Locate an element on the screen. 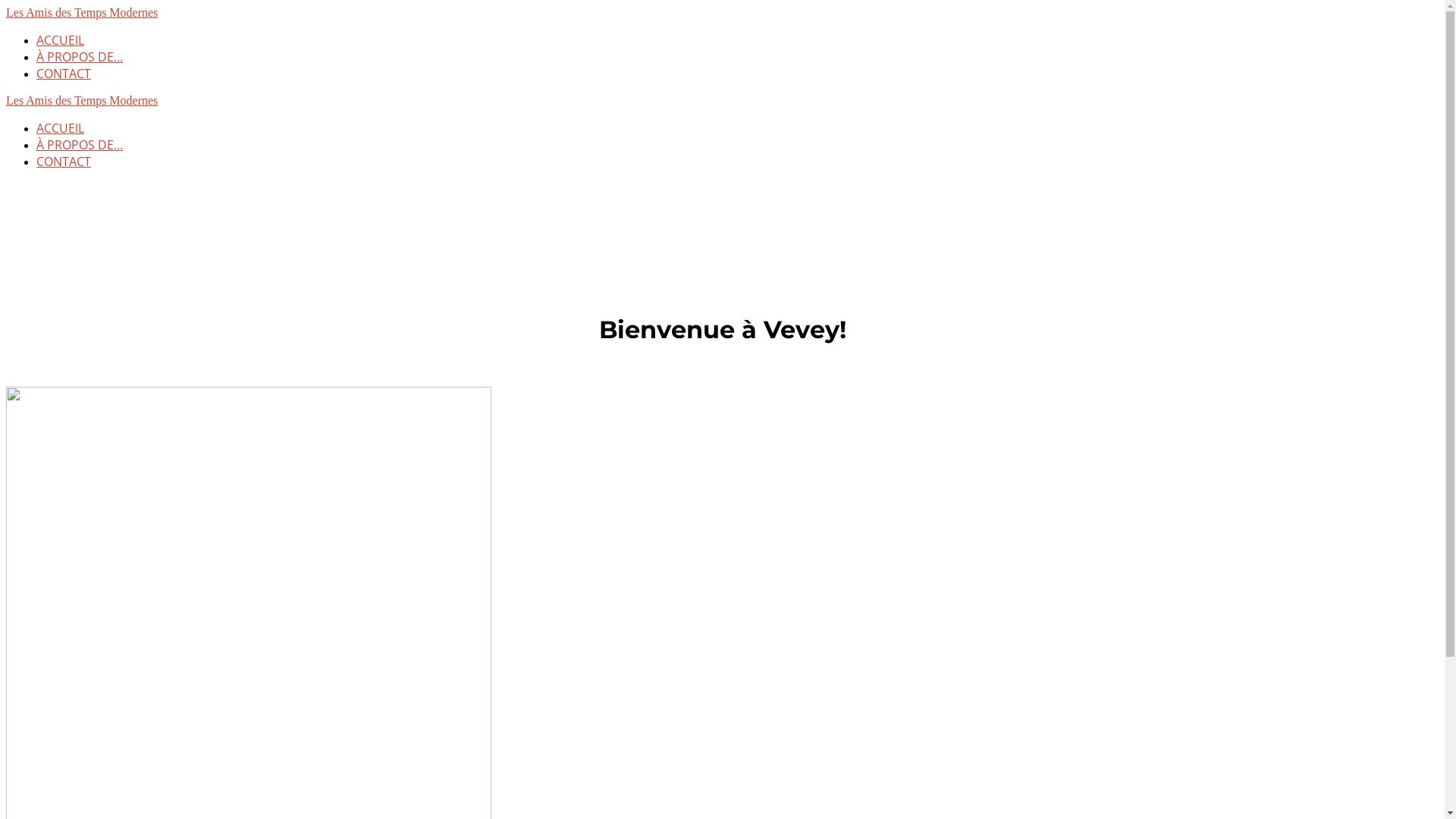  'CONTACT' is located at coordinates (36, 73).